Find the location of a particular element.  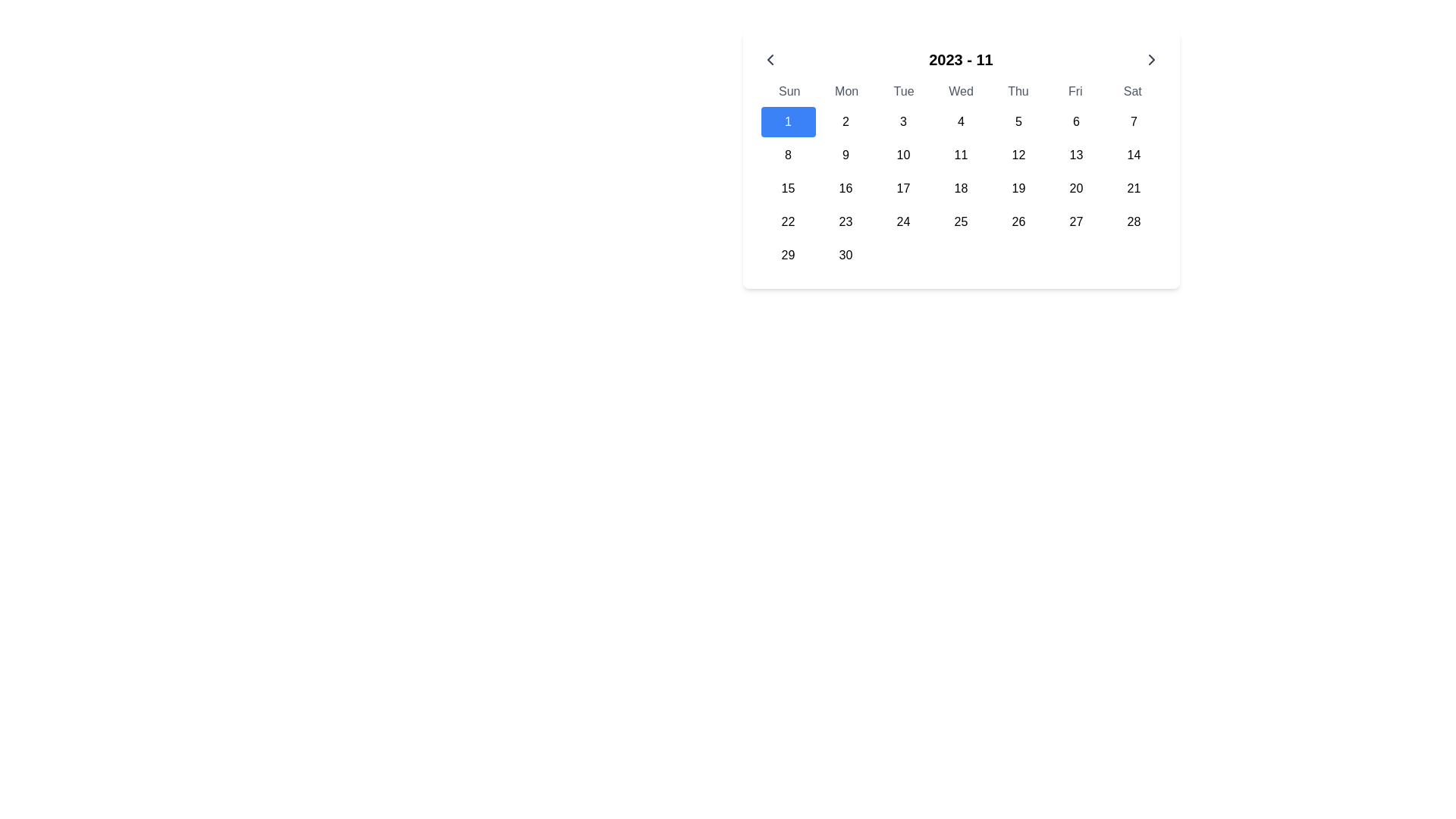

the centered rectangular button displaying the text '17' under the column labeled 'Thu' in the fifth row of the calendar grid is located at coordinates (903, 188).